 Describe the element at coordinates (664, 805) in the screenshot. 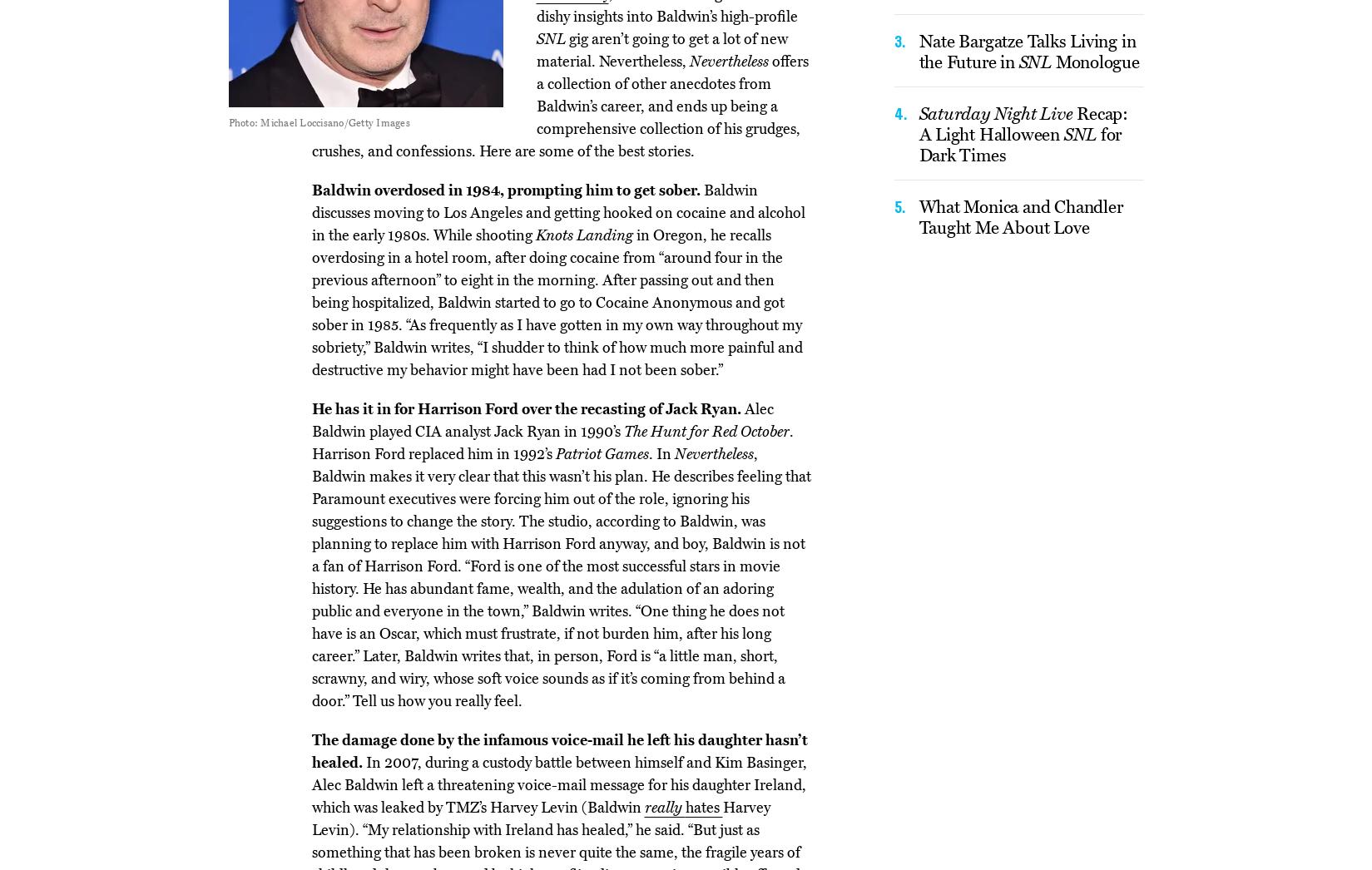

I see `'really'` at that location.